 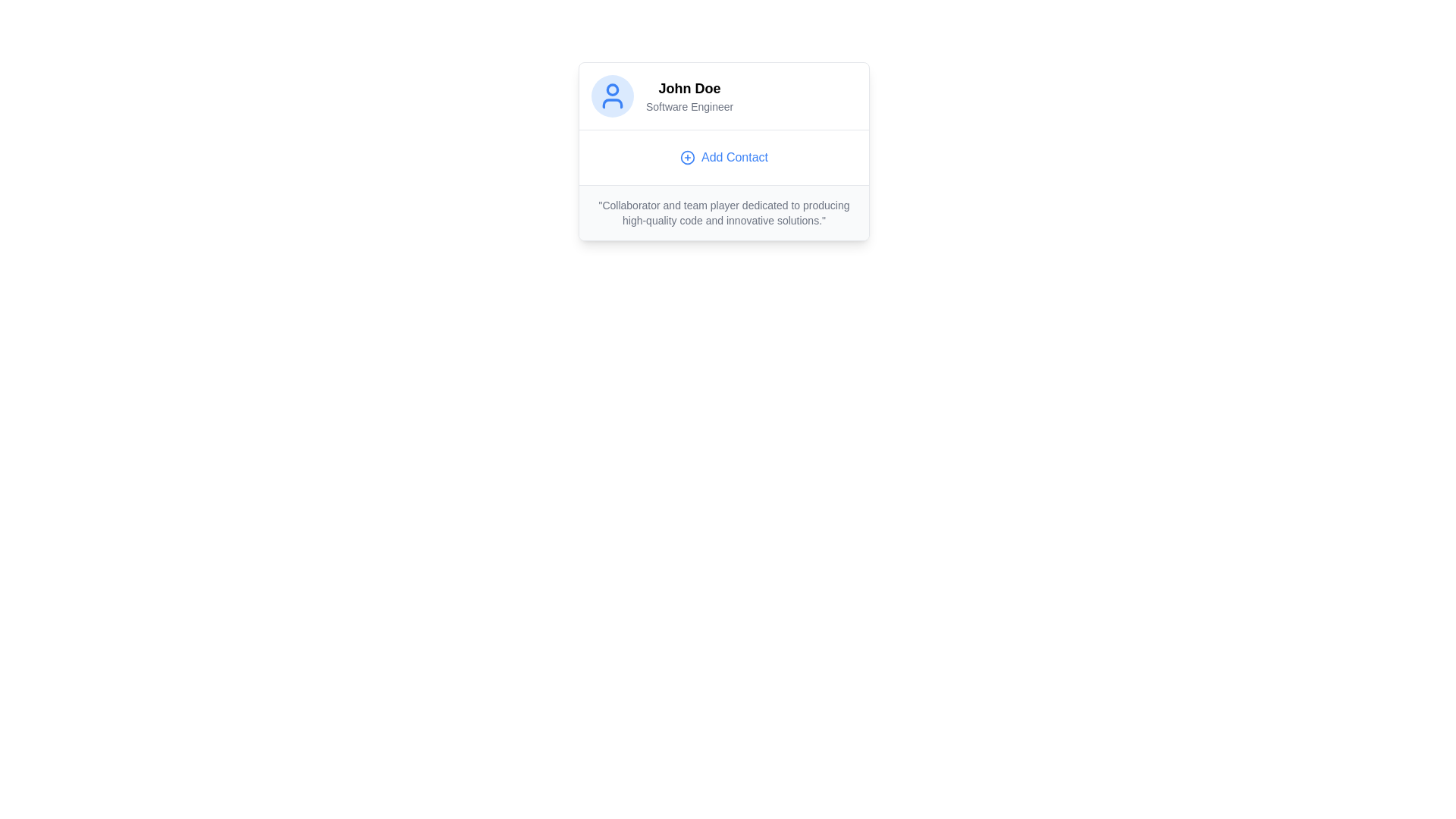 What do you see at coordinates (723, 158) in the screenshot?
I see `the 'Add Contact' button, which is a blue button with a circle-plus icon, located centrally below the username and title display section` at bounding box center [723, 158].